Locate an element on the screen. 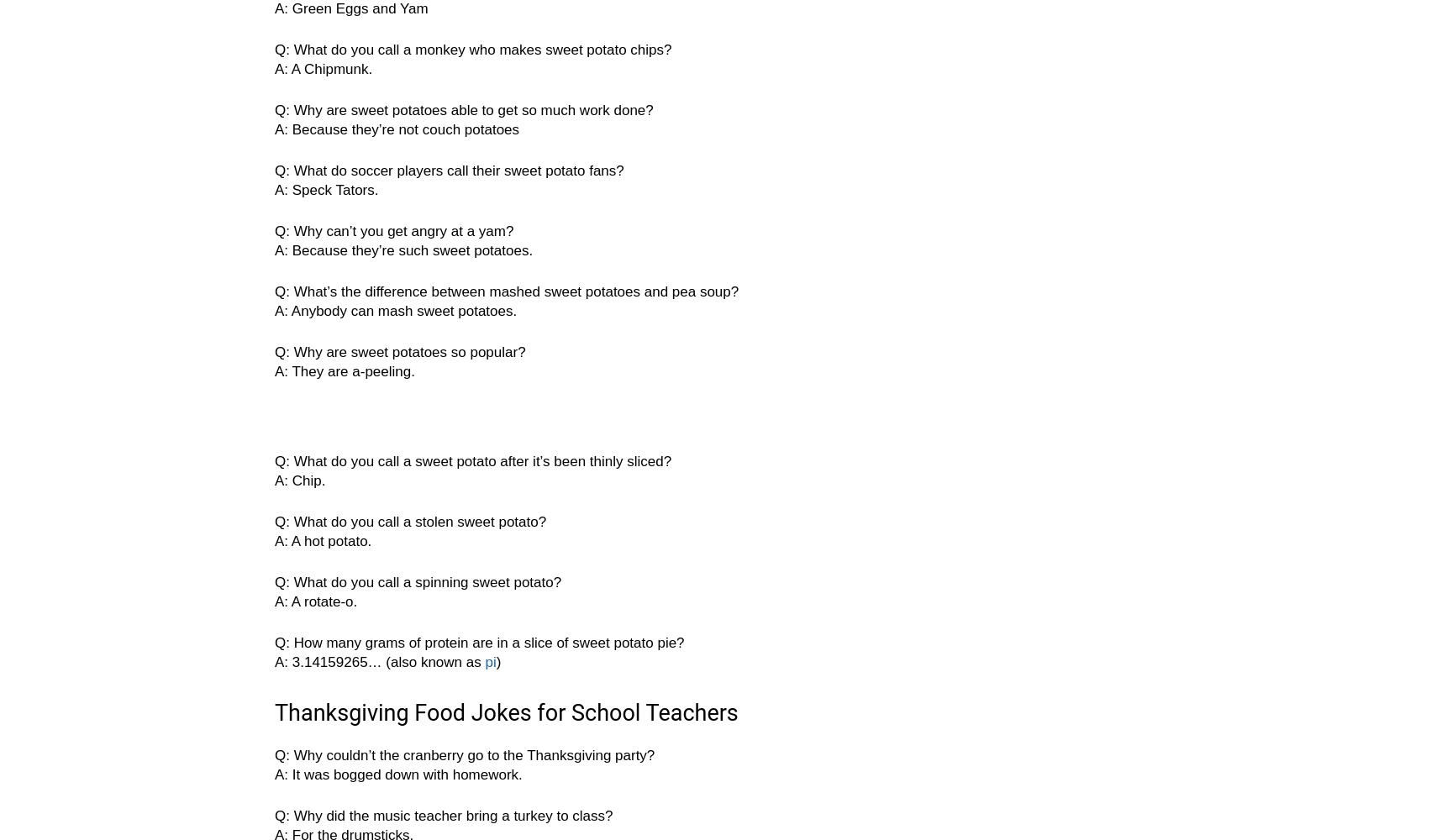 This screenshot has width=1447, height=840. 'A: It was bogged down with homework.' is located at coordinates (397, 774).